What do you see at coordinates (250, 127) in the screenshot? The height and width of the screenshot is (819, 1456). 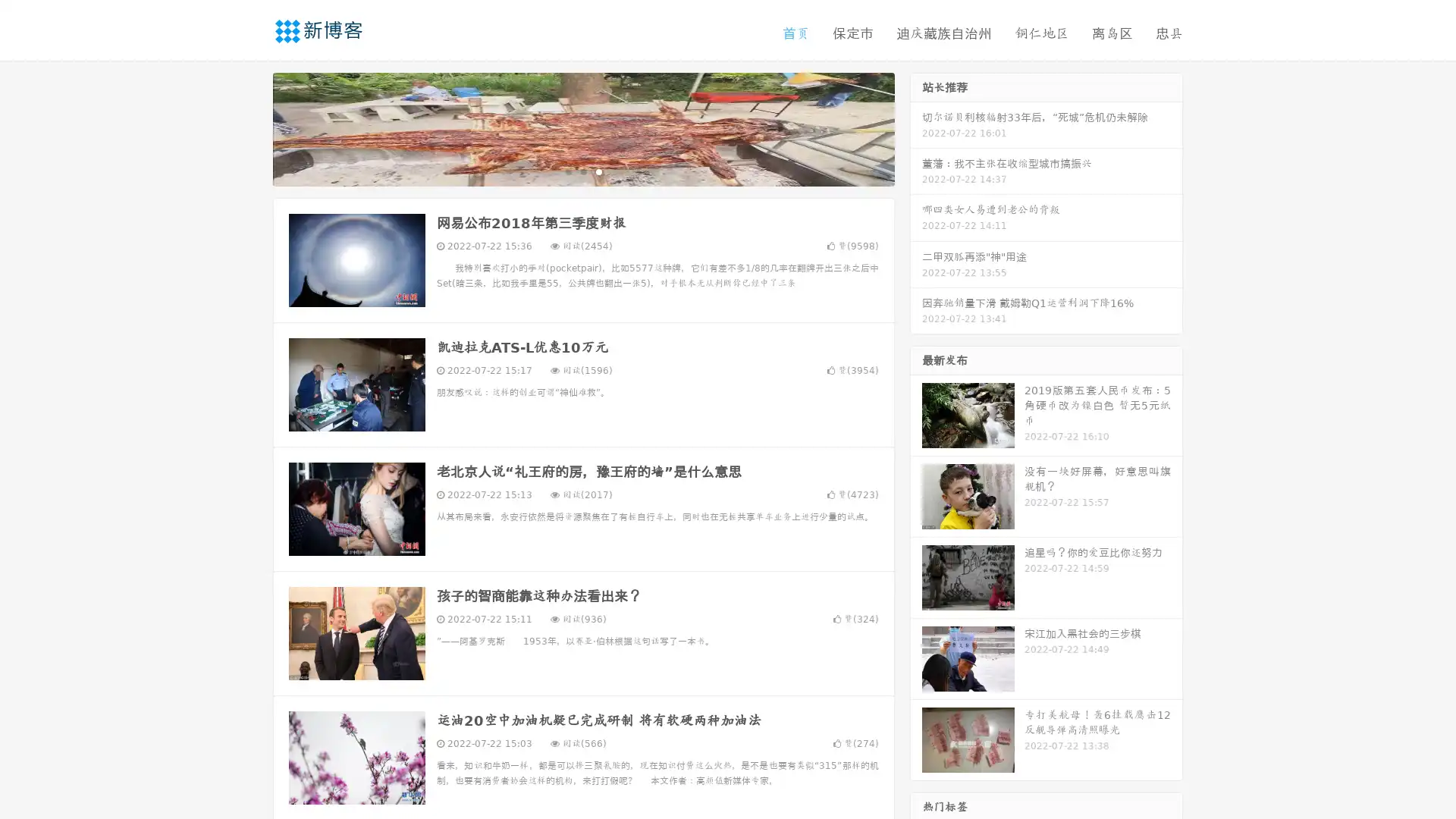 I see `Previous slide` at bounding box center [250, 127].